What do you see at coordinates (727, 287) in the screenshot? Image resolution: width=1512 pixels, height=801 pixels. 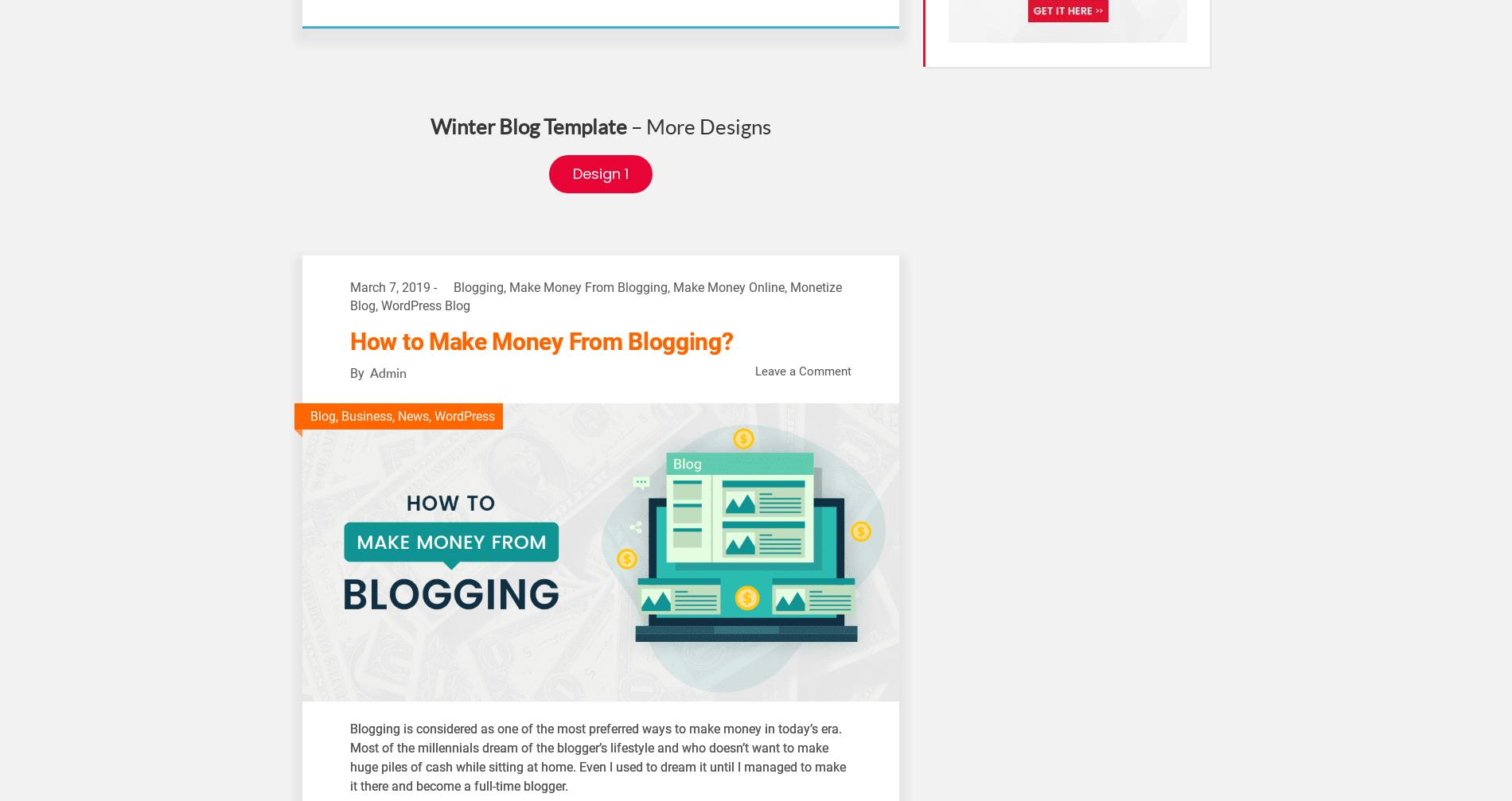 I see `'Make Money Online'` at bounding box center [727, 287].